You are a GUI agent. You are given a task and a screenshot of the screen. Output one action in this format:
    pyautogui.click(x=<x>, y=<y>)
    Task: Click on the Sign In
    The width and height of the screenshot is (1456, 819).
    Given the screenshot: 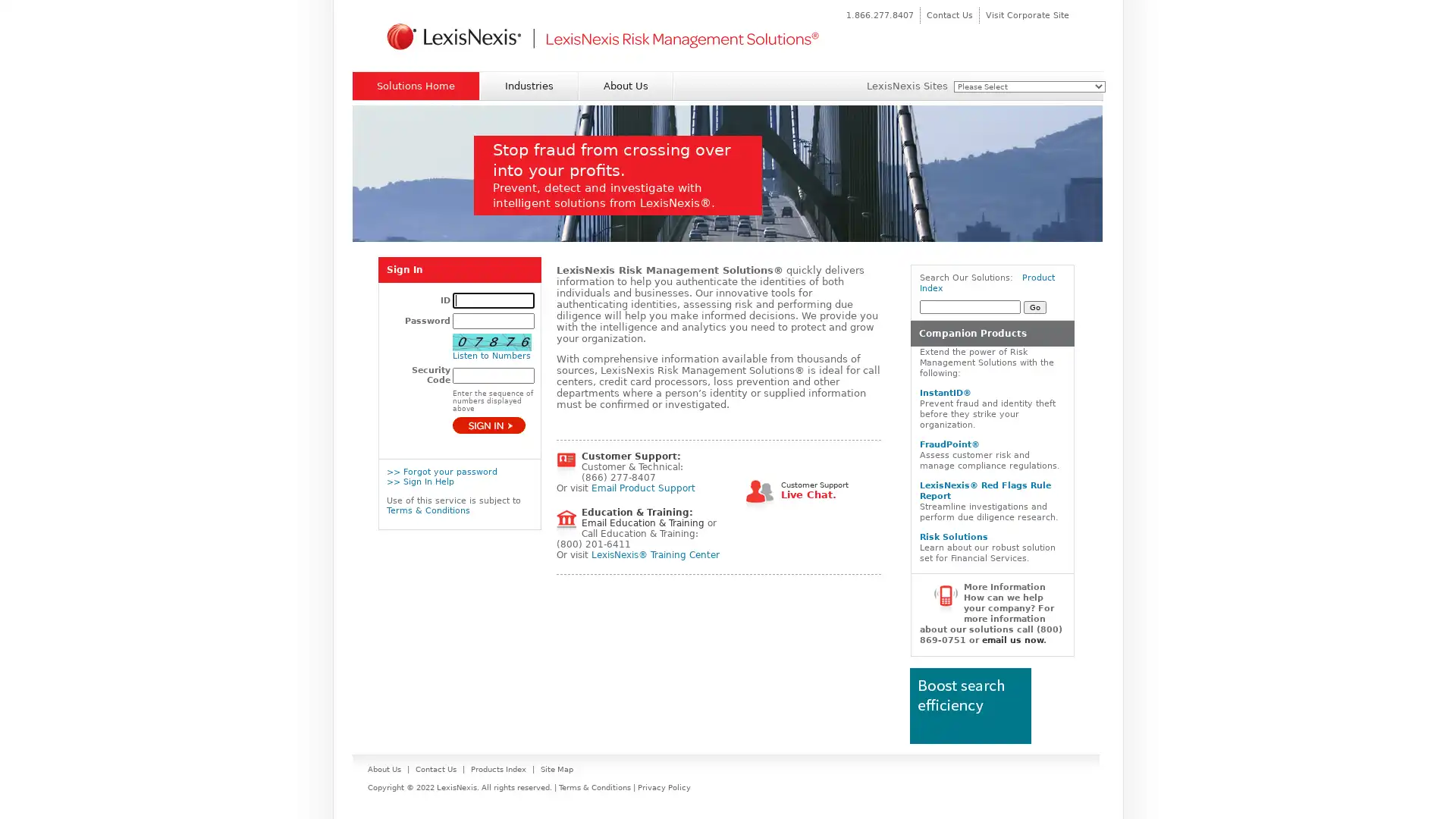 What is the action you would take?
    pyautogui.click(x=488, y=425)
    